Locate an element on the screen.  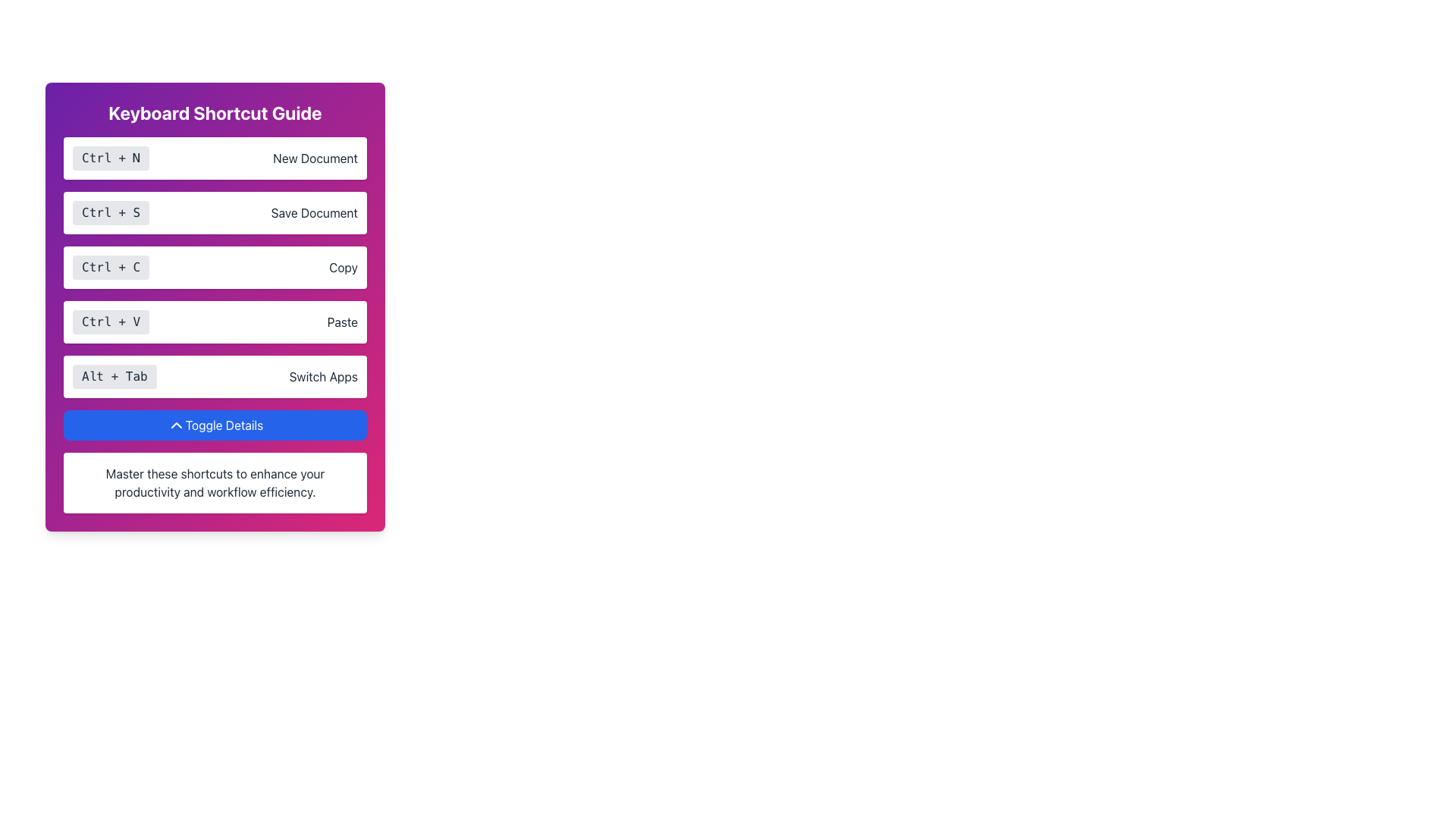
Text Label that describes the functionality of the adjacent keyboard shortcut 'Alt + Tab', which is labeled 'Switch Apps' is located at coordinates (322, 376).